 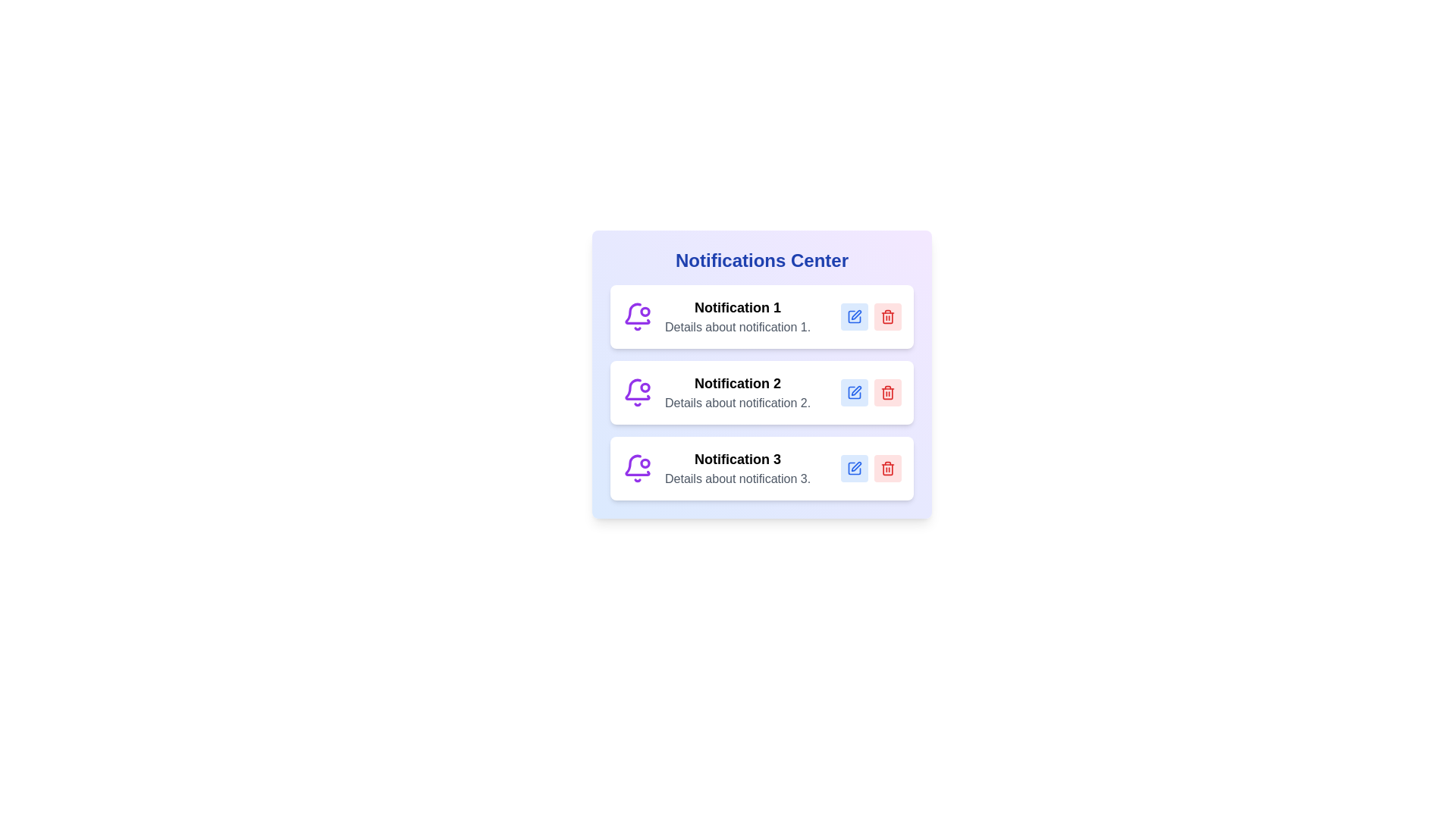 What do you see at coordinates (855, 391) in the screenshot?
I see `the blue edit icon located on the right side of the second notification entry in the notification center to possibly see a tooltip` at bounding box center [855, 391].